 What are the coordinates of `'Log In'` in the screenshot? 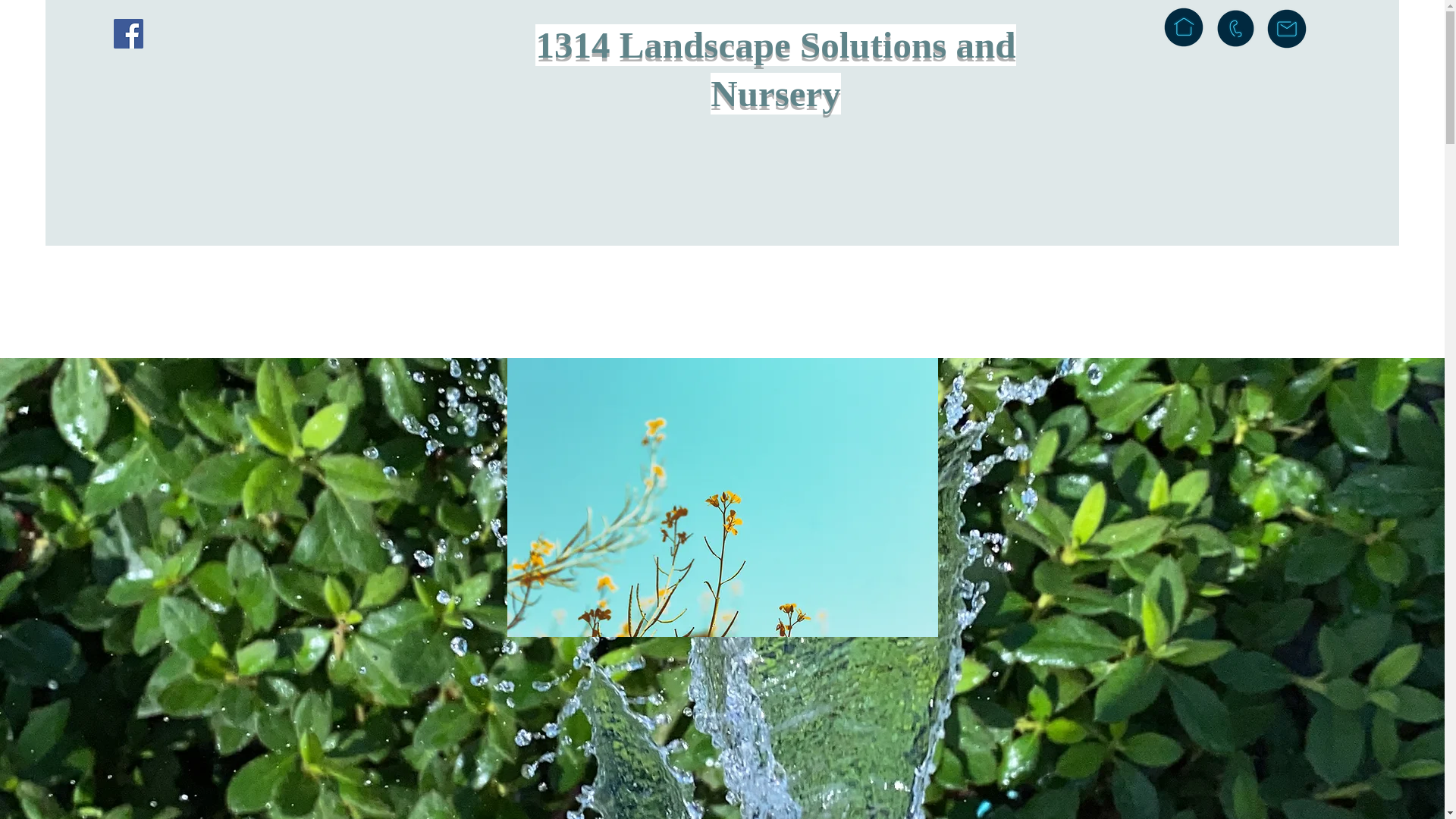 It's located at (1344, 34).